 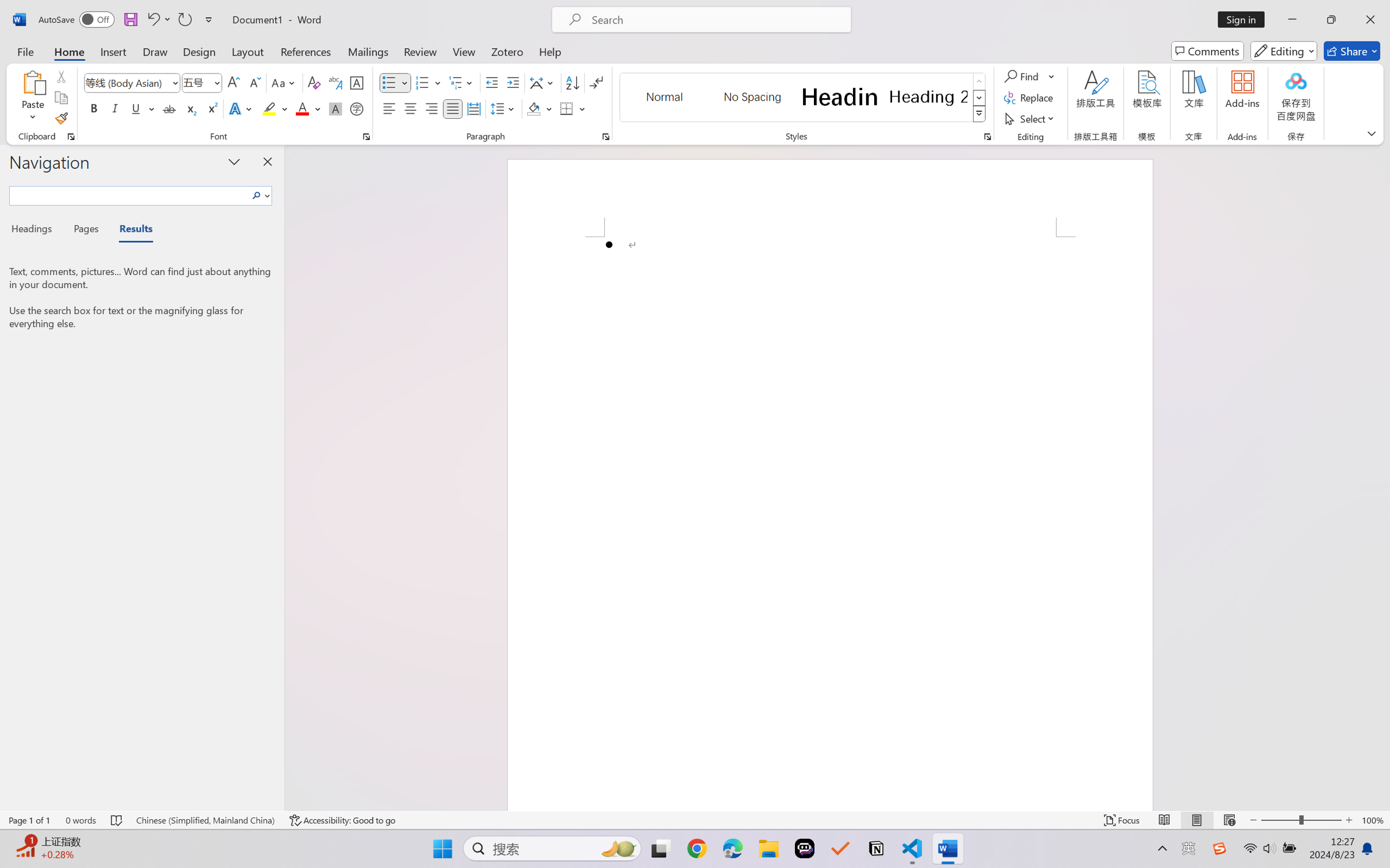 I want to click on 'Results', so click(x=130, y=230).